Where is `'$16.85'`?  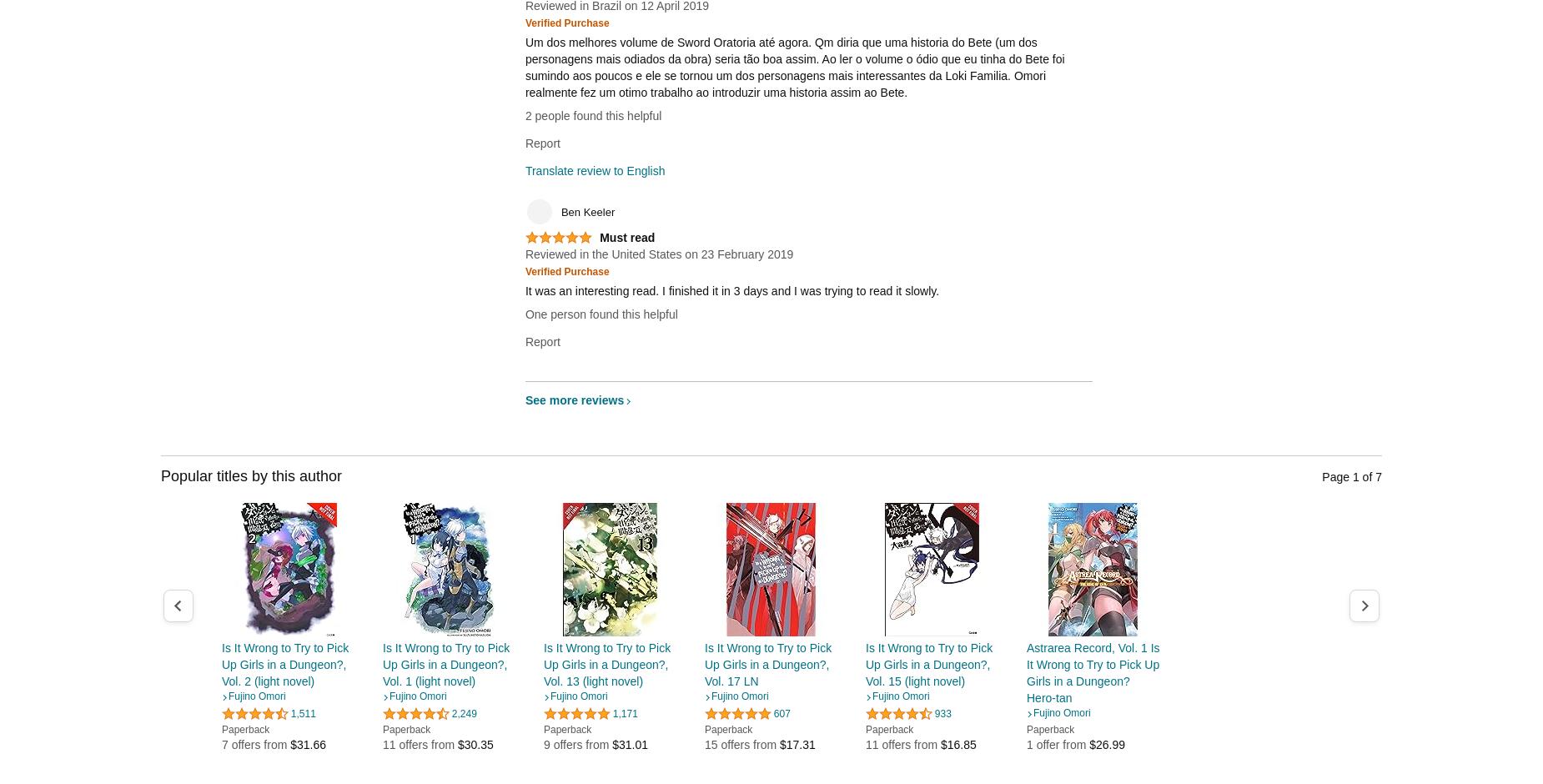
'$16.85' is located at coordinates (939, 745).